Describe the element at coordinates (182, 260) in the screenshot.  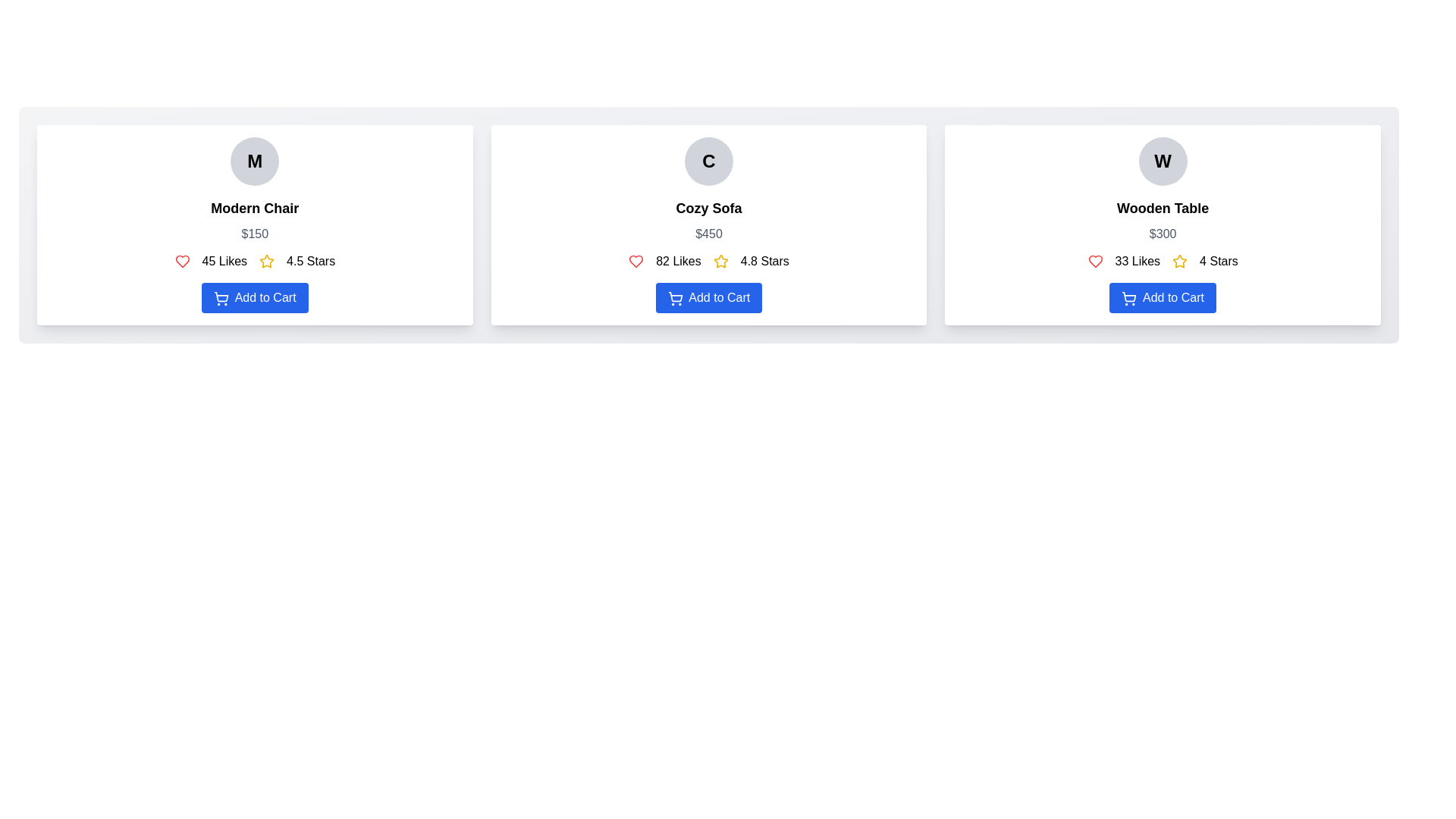
I see `the heart icon, which is a red rounded icon representing a 'like' action, located in the first card section labeled 'Modern Chair', below the product description and pricing details, adjacent to '45 Likes'` at that location.